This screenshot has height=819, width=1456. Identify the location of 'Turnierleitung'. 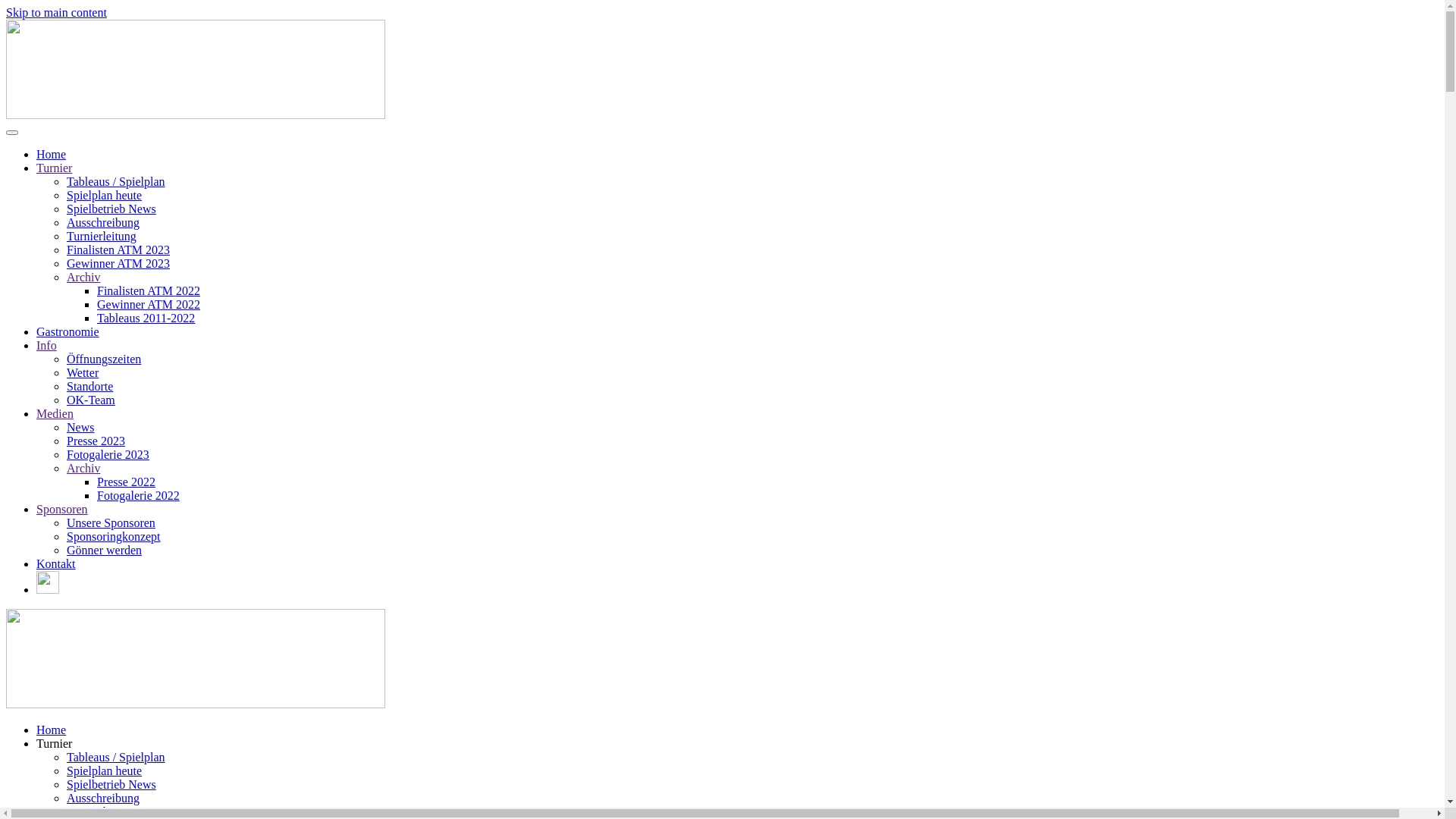
(65, 236).